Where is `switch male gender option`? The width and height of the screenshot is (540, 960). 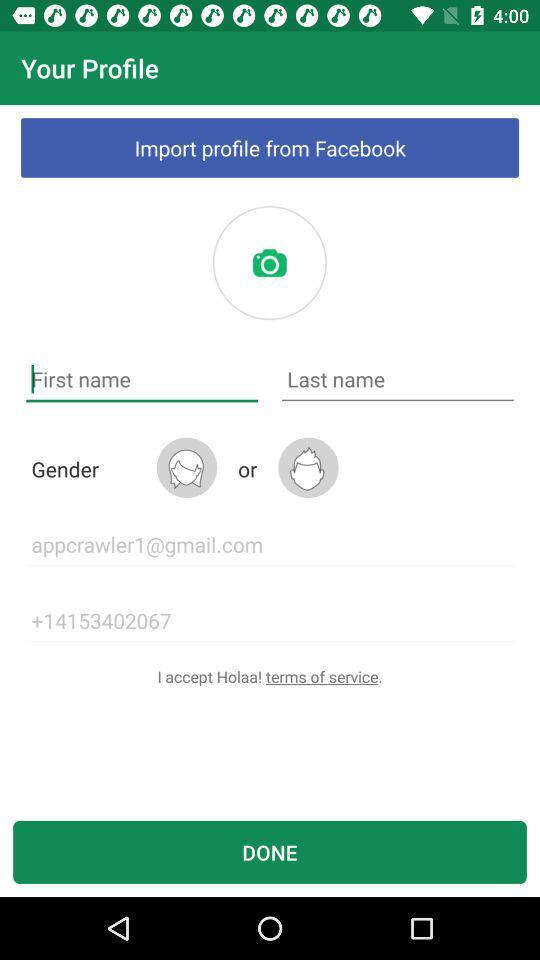
switch male gender option is located at coordinates (308, 467).